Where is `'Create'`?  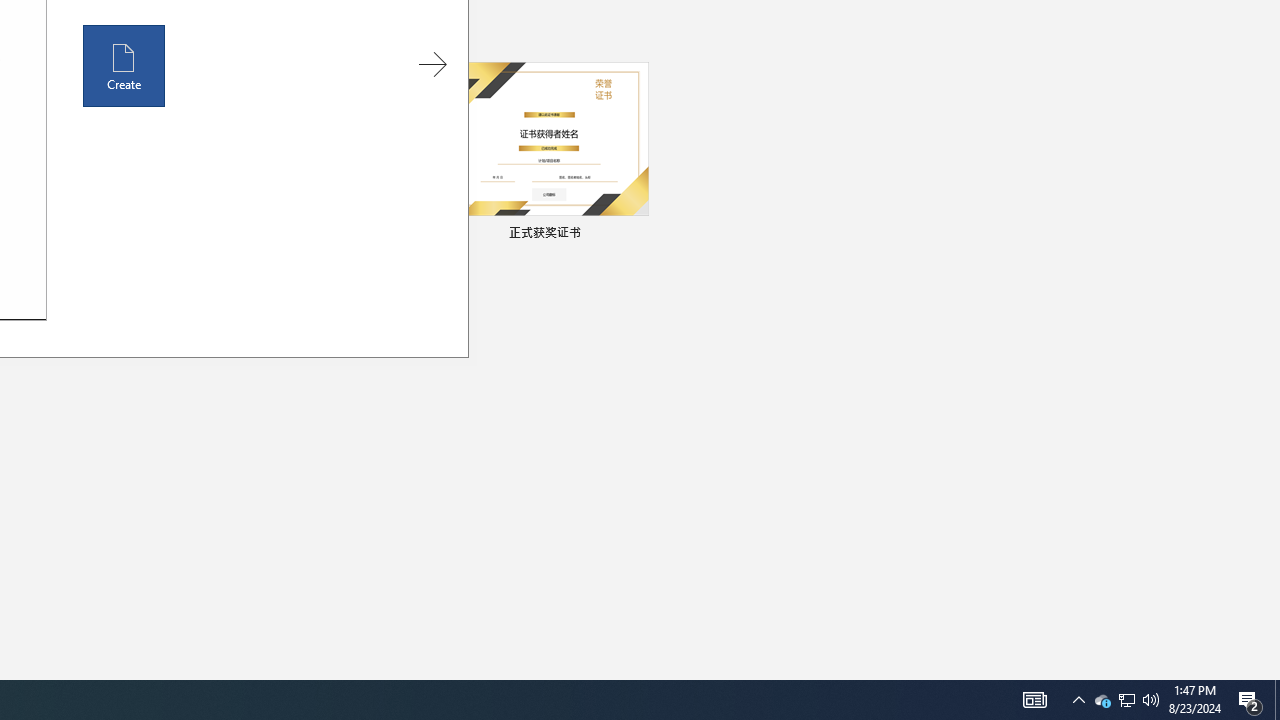
'Create' is located at coordinates (123, 65).